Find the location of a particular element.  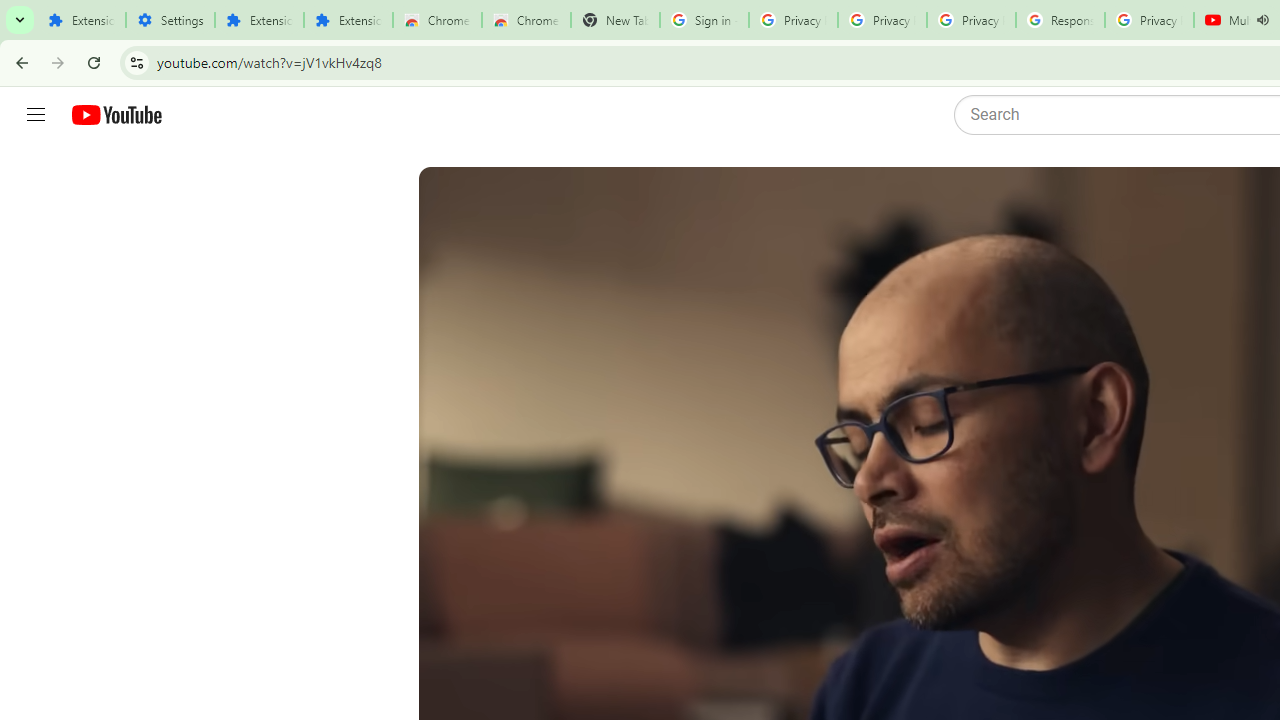

'Extensions' is located at coordinates (258, 20).